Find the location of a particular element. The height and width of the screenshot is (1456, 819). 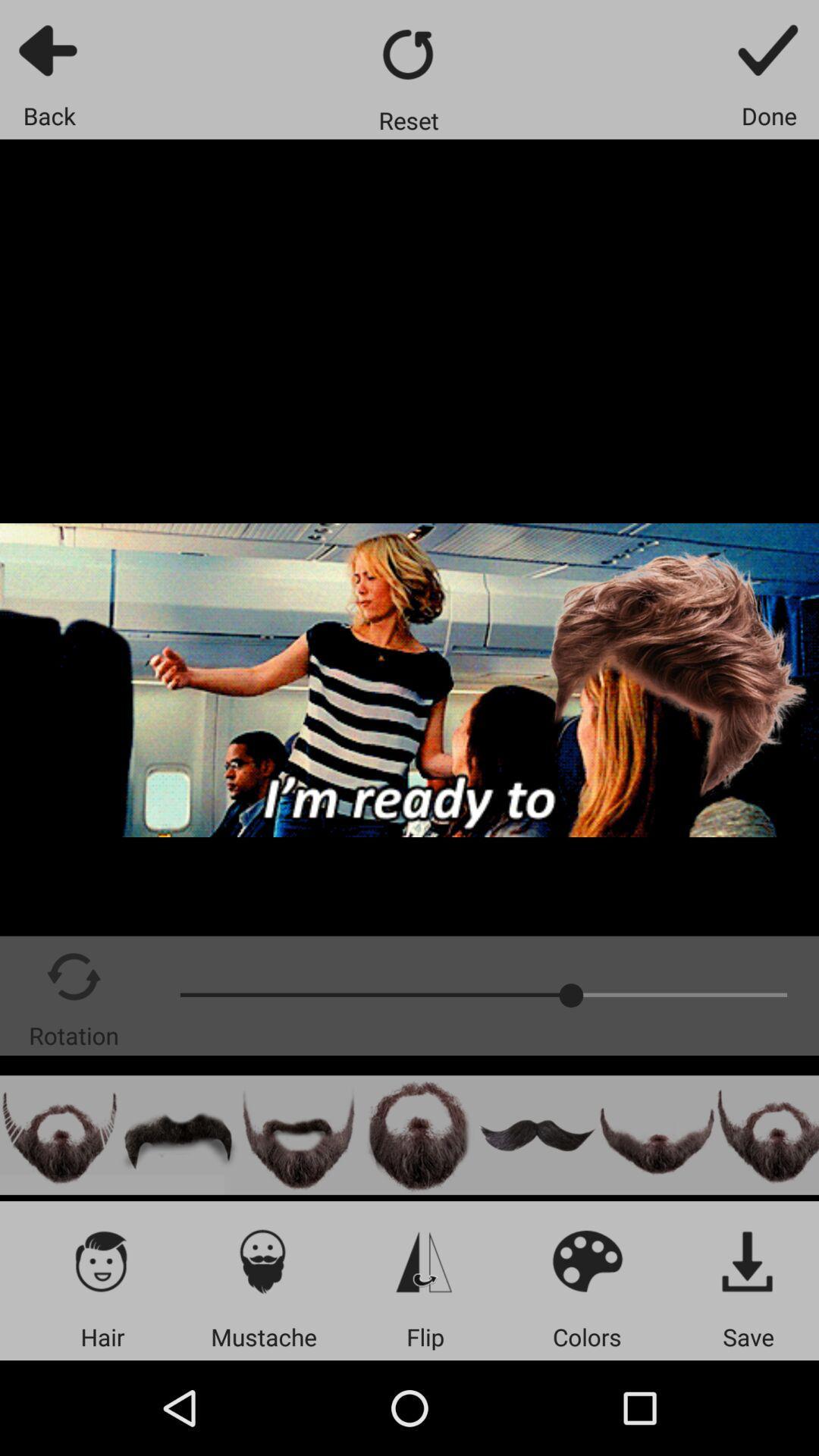

mustache icon is located at coordinates (262, 1260).